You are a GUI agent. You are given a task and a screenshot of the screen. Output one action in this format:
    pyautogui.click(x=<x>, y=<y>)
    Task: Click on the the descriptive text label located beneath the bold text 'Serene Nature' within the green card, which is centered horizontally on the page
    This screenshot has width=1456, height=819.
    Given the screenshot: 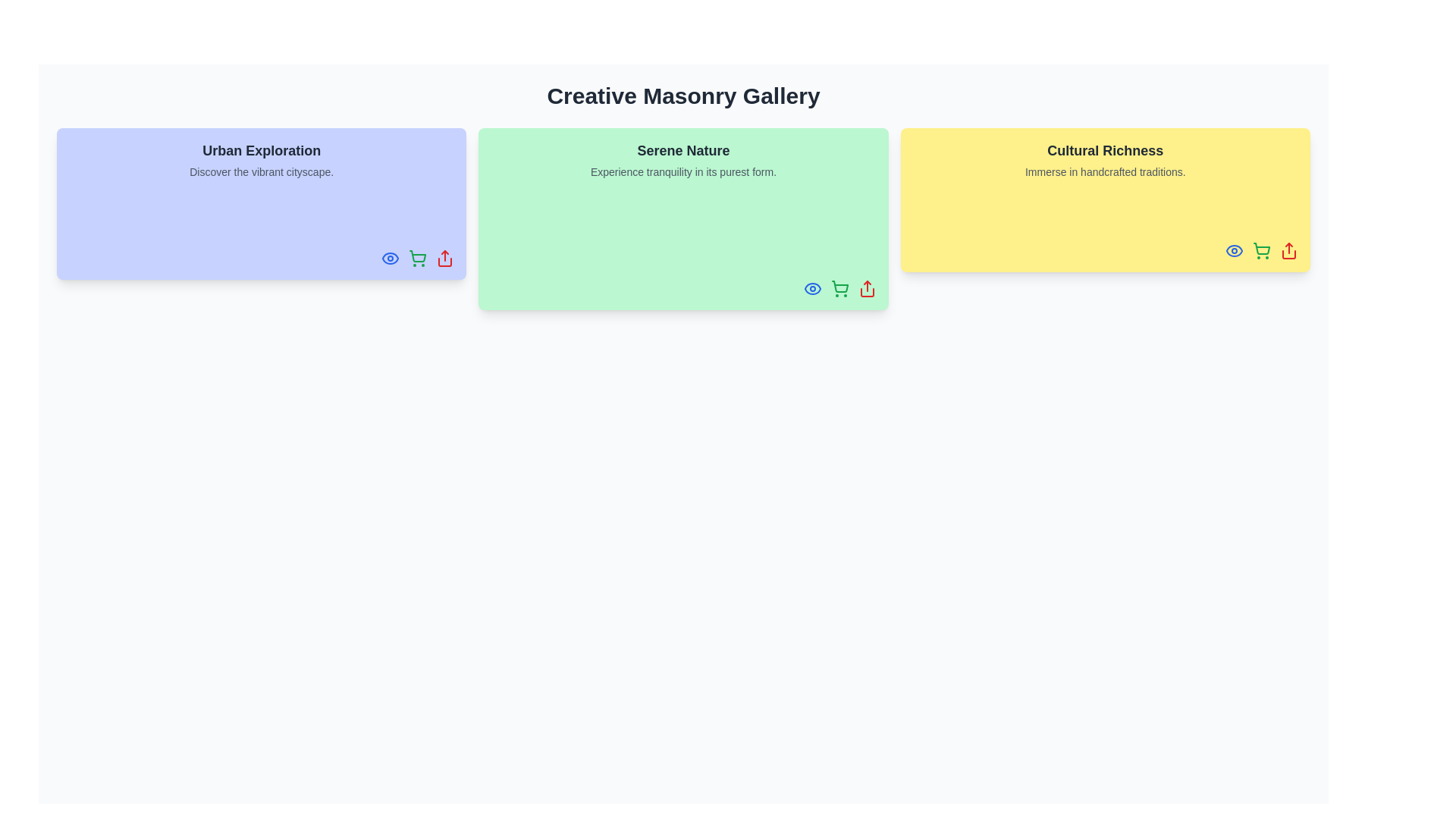 What is the action you would take?
    pyautogui.click(x=682, y=171)
    